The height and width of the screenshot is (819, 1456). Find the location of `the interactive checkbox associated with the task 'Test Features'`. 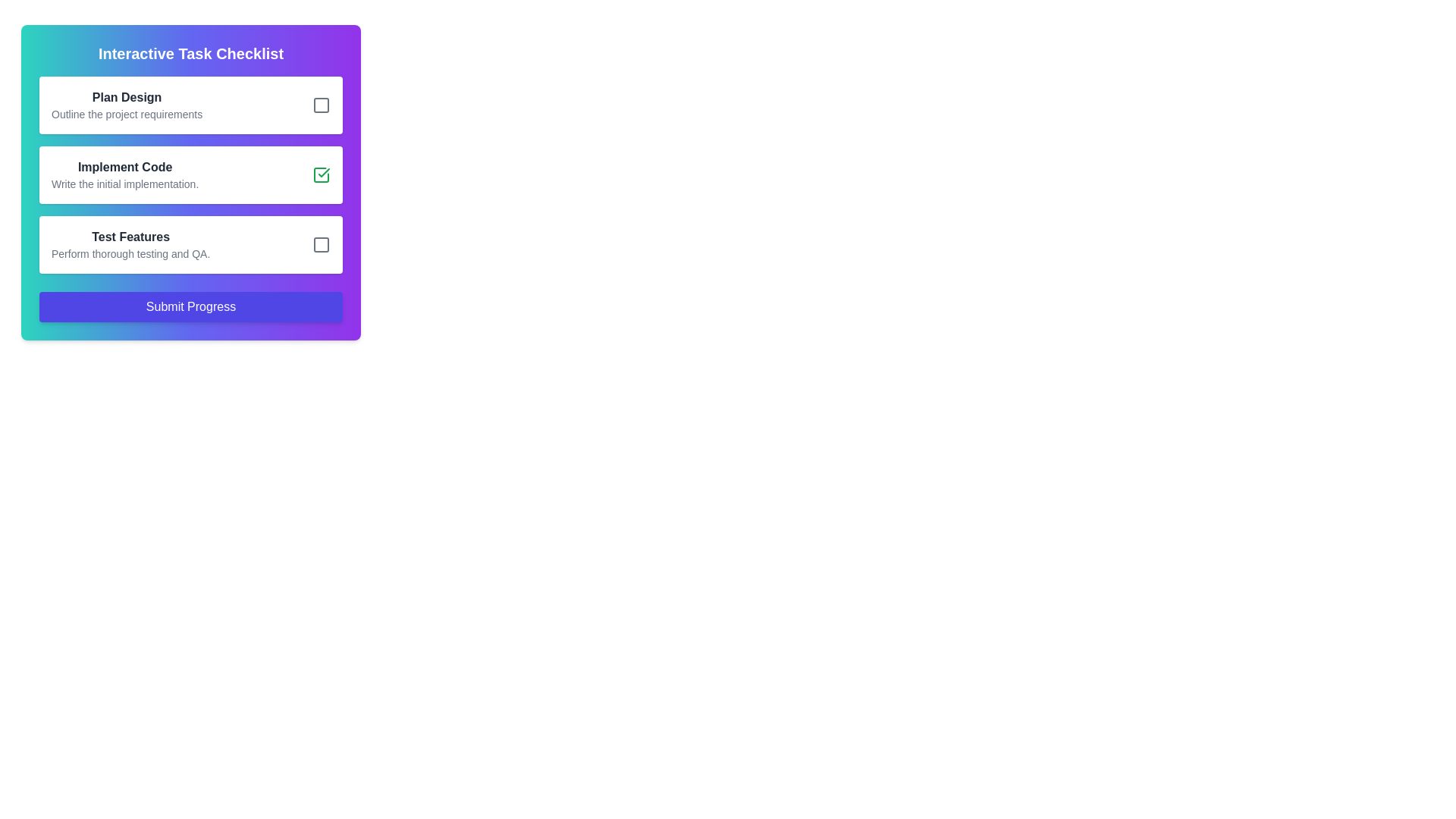

the interactive checkbox associated with the task 'Test Features' is located at coordinates (320, 244).